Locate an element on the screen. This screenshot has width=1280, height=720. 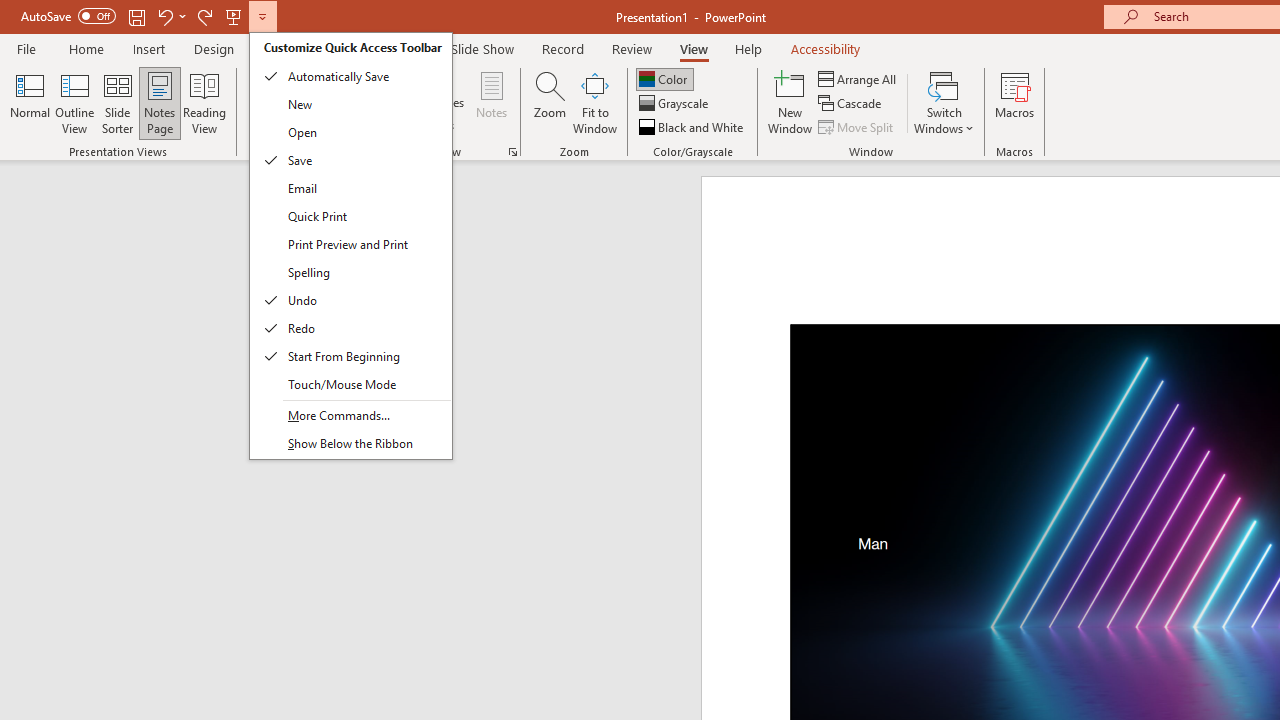
'Color' is located at coordinates (664, 78).